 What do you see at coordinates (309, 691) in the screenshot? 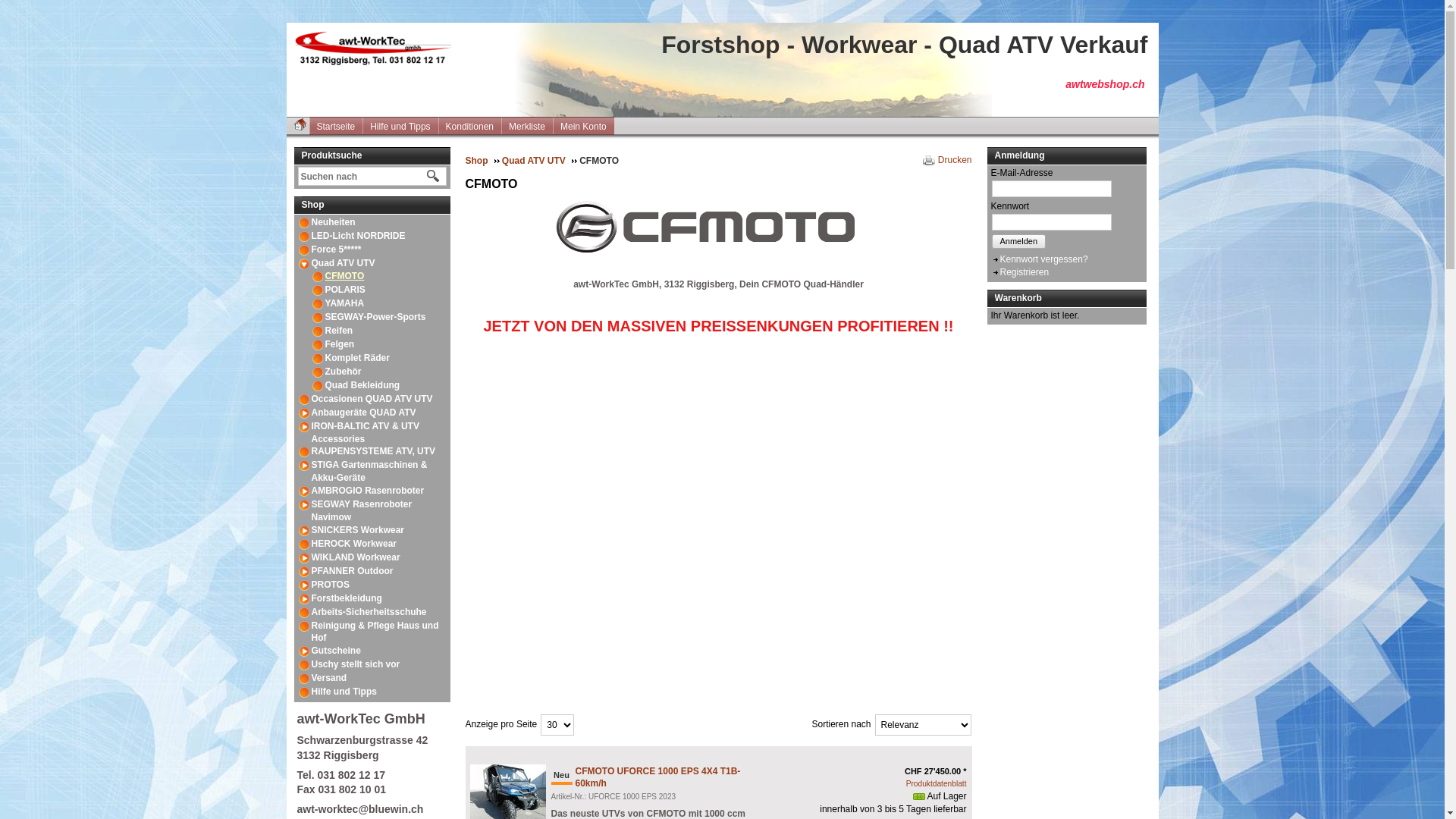
I see `'Hilfe und Tipps'` at bounding box center [309, 691].